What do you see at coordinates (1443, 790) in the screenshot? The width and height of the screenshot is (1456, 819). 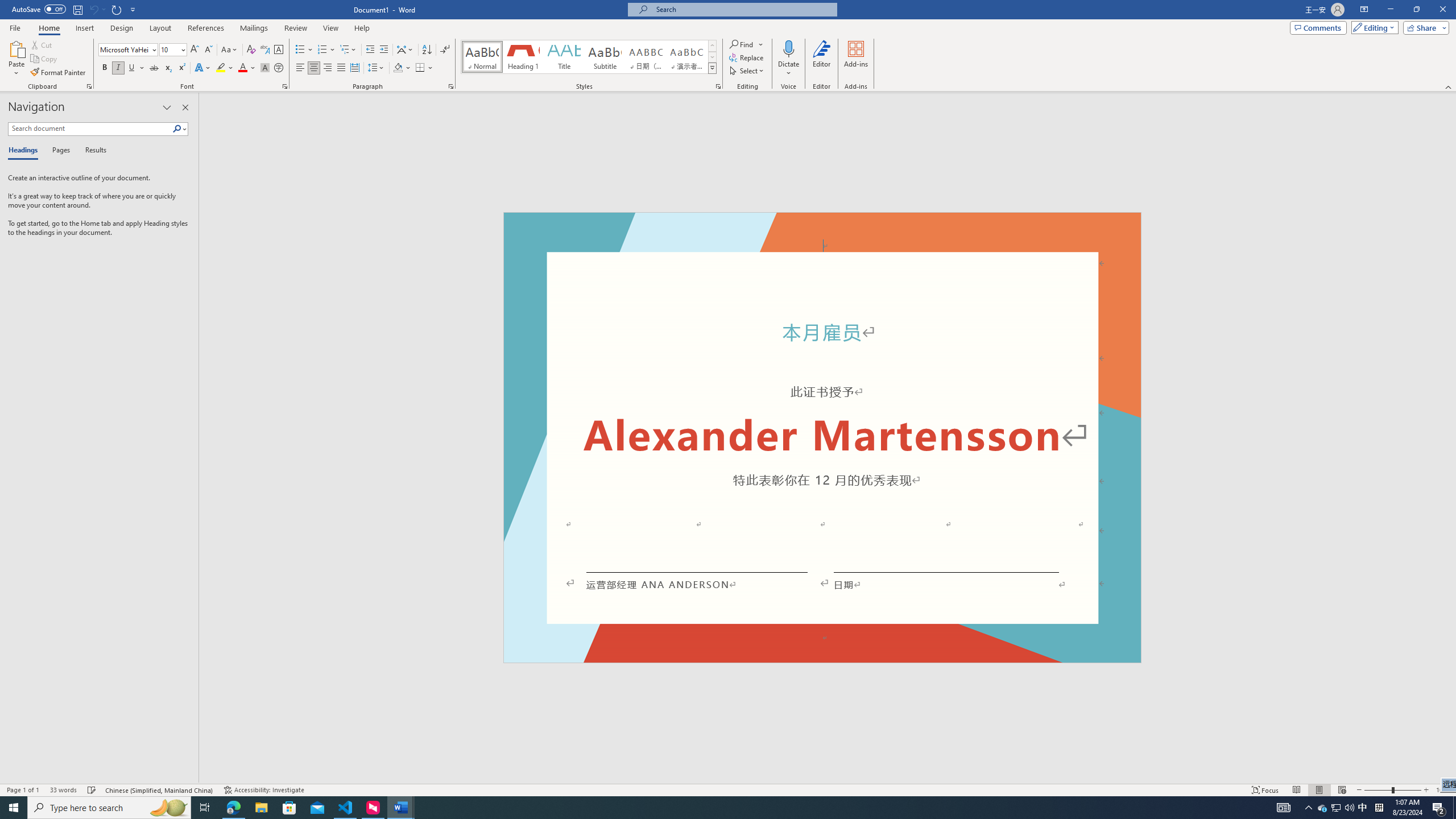 I see `'Zoom 100%'` at bounding box center [1443, 790].